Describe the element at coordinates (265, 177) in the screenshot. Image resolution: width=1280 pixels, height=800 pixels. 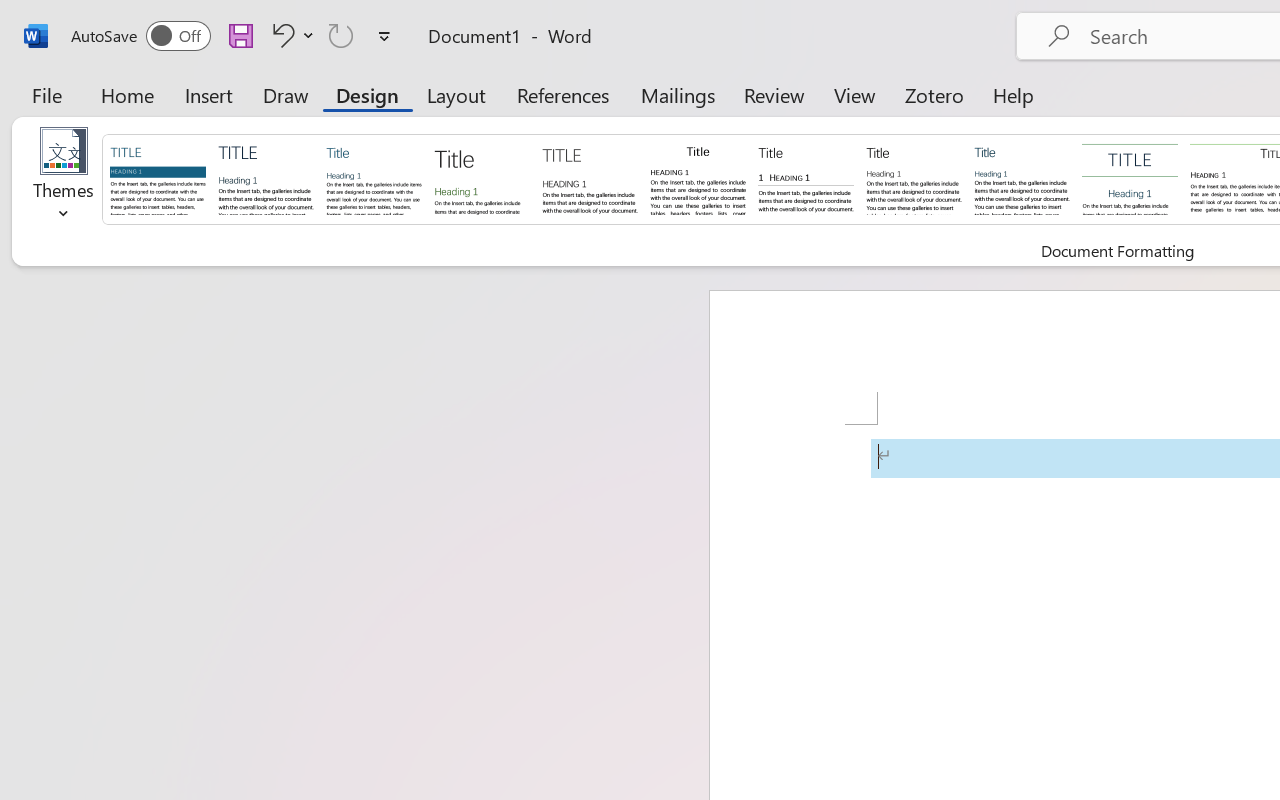
I see `'Basic (Elegant)'` at that location.